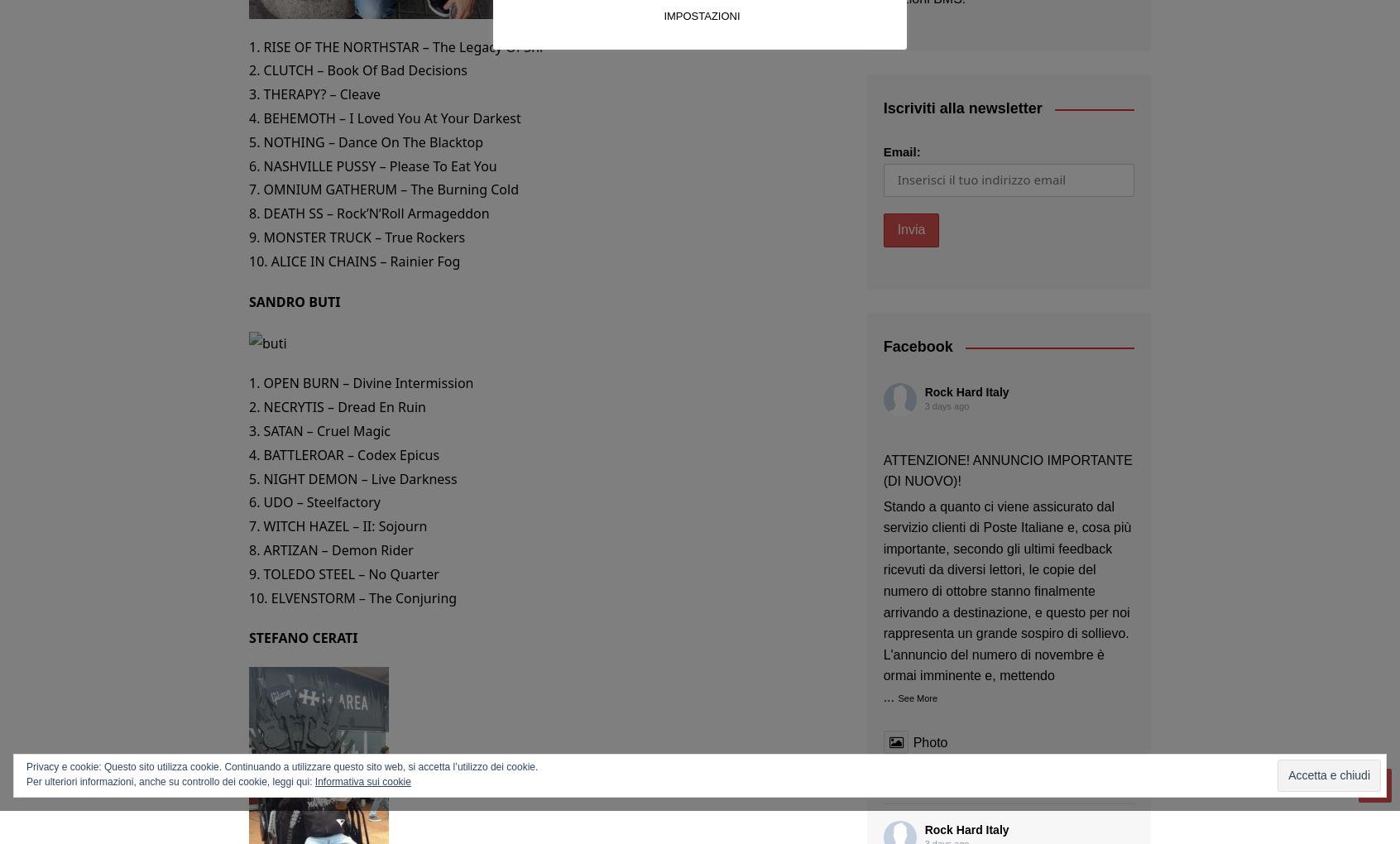  Describe the element at coordinates (314, 94) in the screenshot. I see `'3. THERAPY? – Cleave'` at that location.